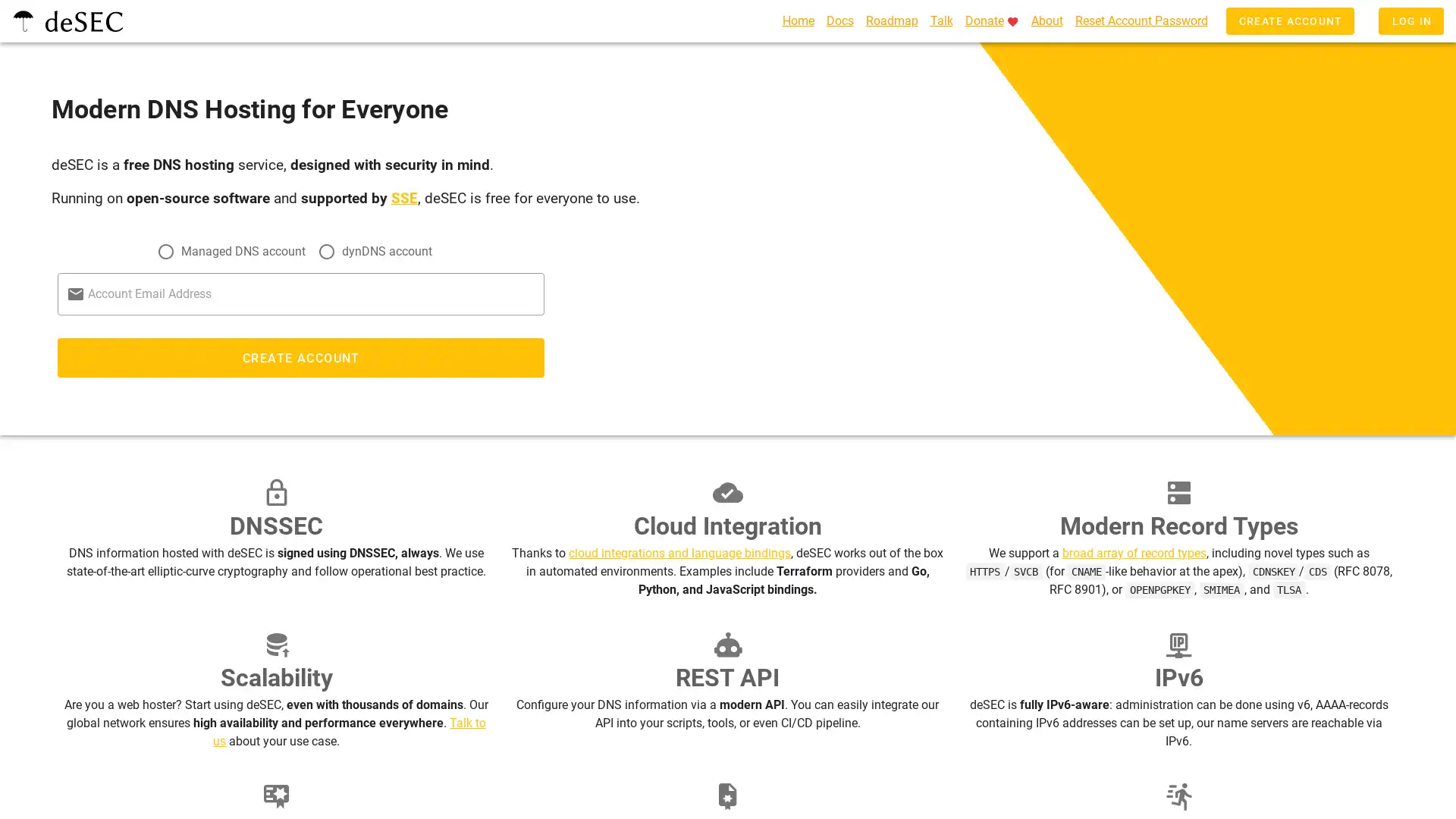 Image resolution: width=1456 pixels, height=819 pixels. Describe the element at coordinates (300, 363) in the screenshot. I see `CREATE ACCOUNT` at that location.